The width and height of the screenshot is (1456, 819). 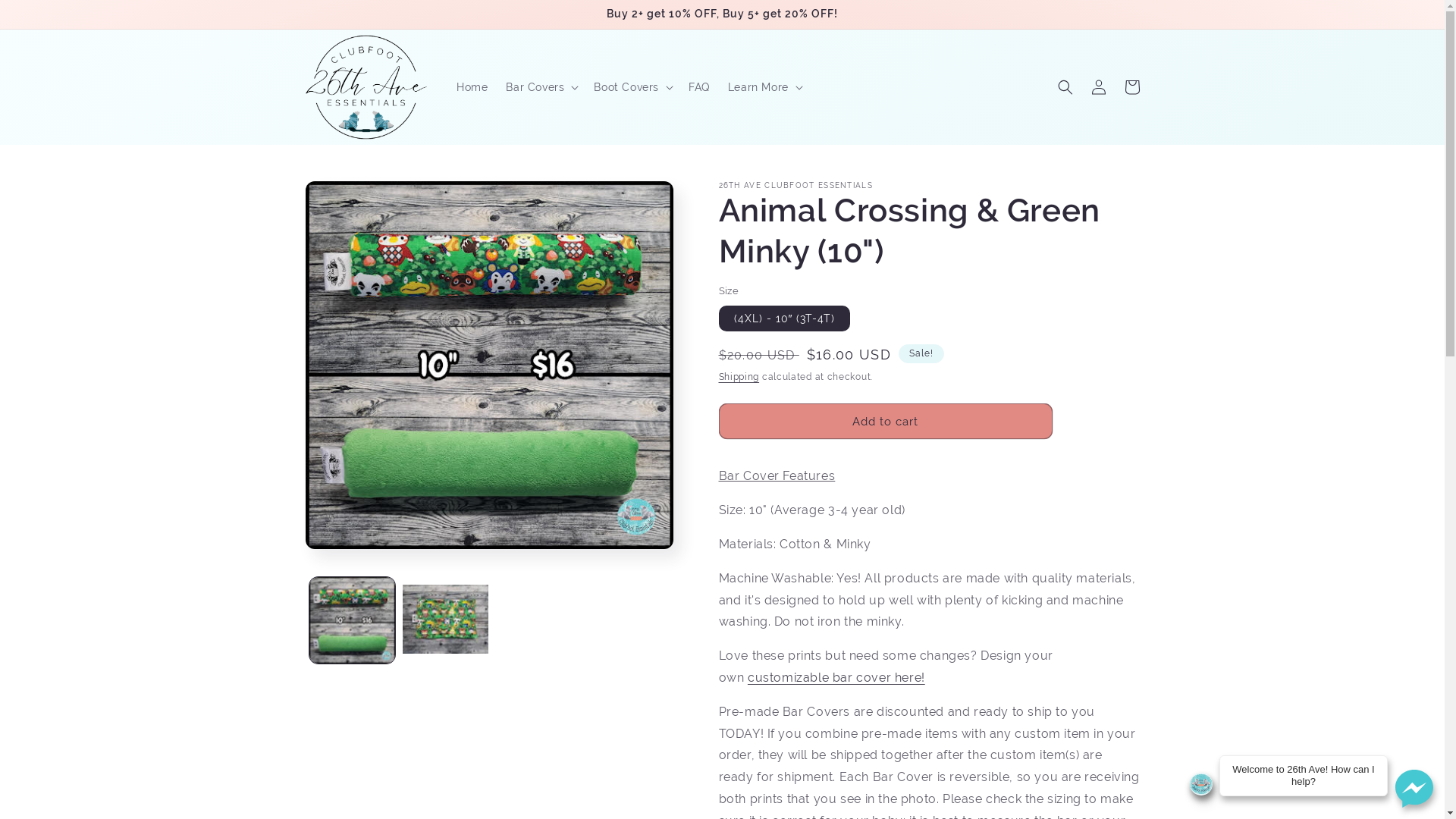 I want to click on 'Skip to product information', so click(x=350, y=197).